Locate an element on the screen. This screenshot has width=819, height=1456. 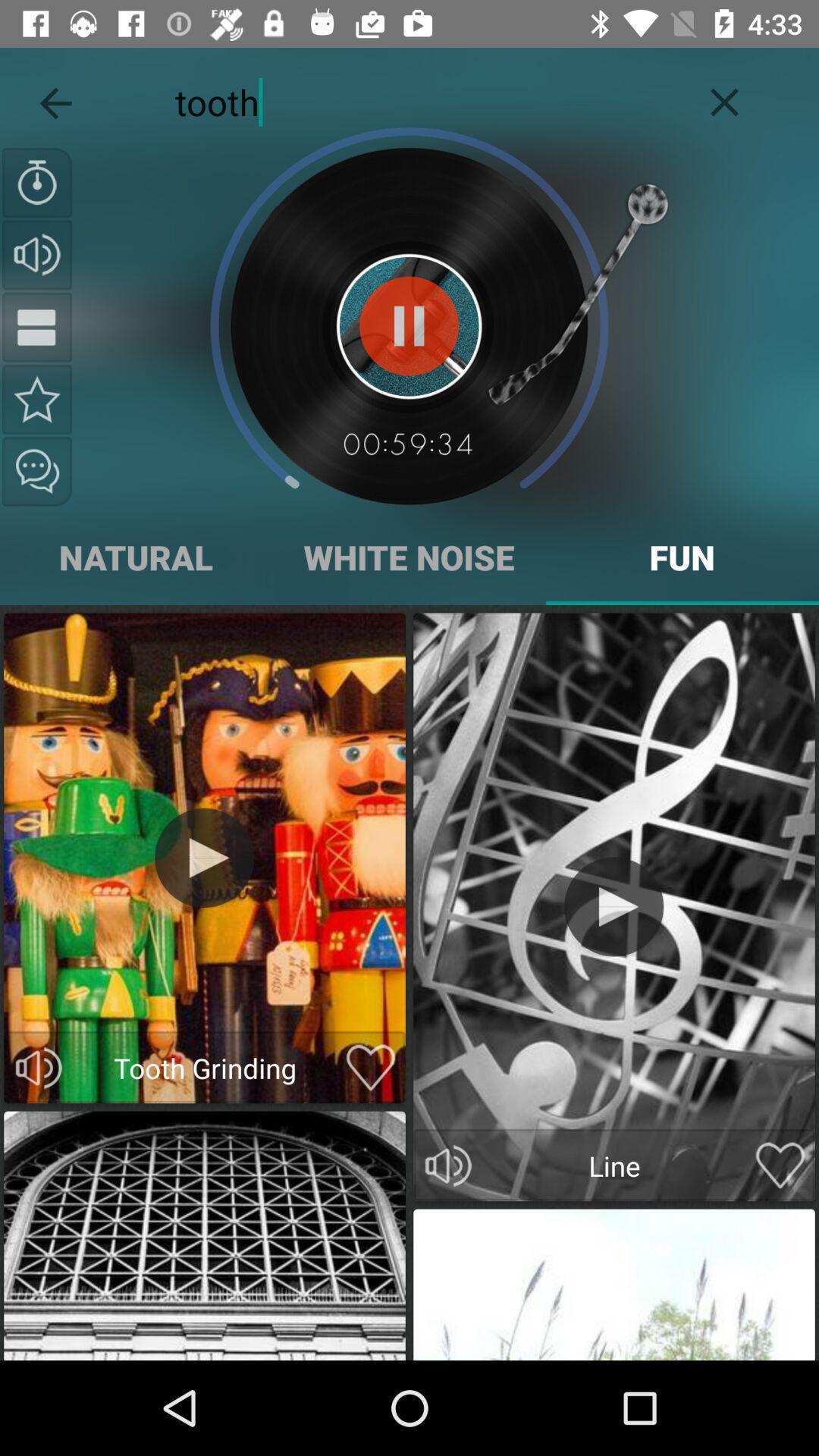
sound is located at coordinates (613, 906).